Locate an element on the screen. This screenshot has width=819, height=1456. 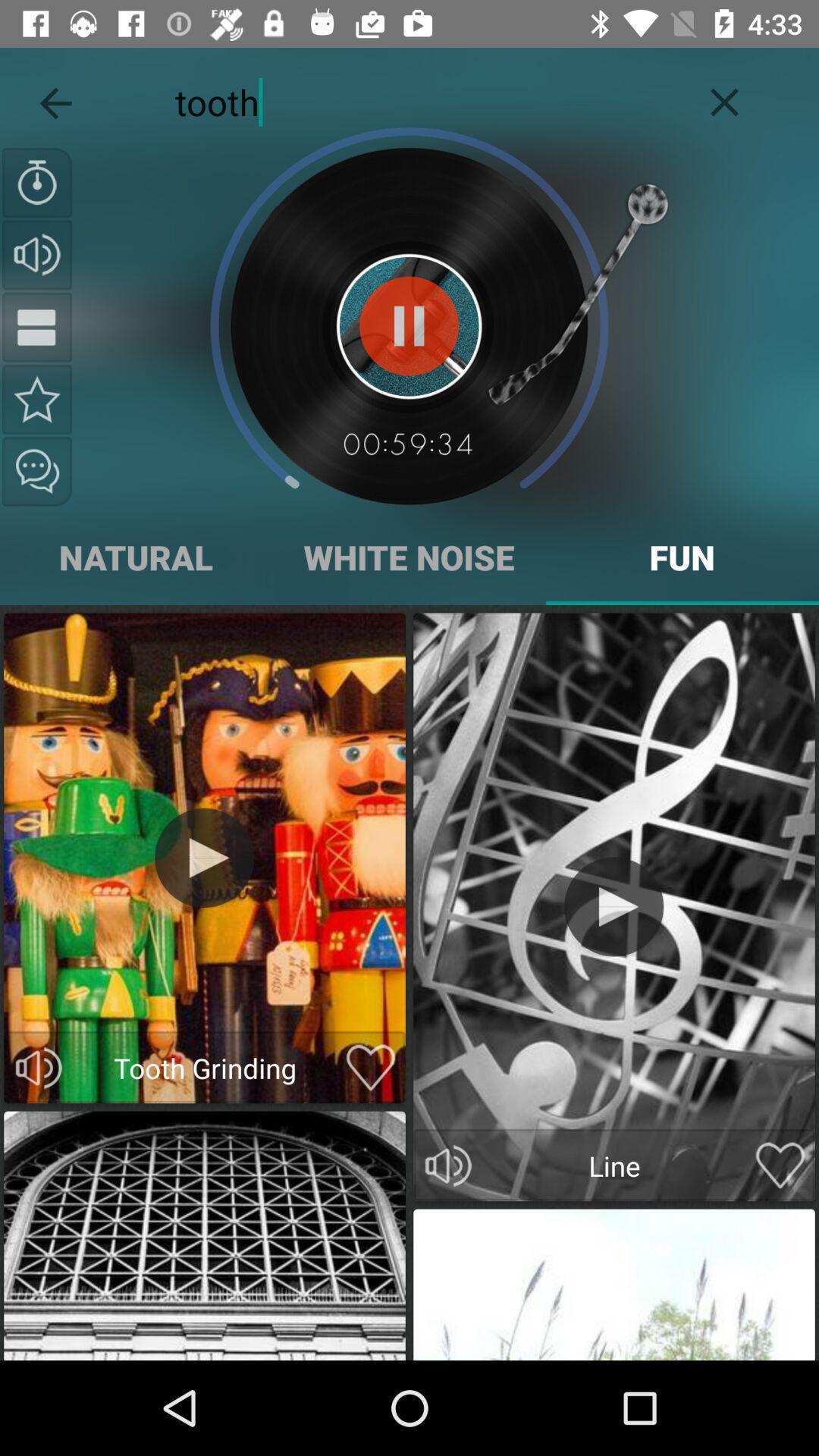
sound is located at coordinates (613, 906).